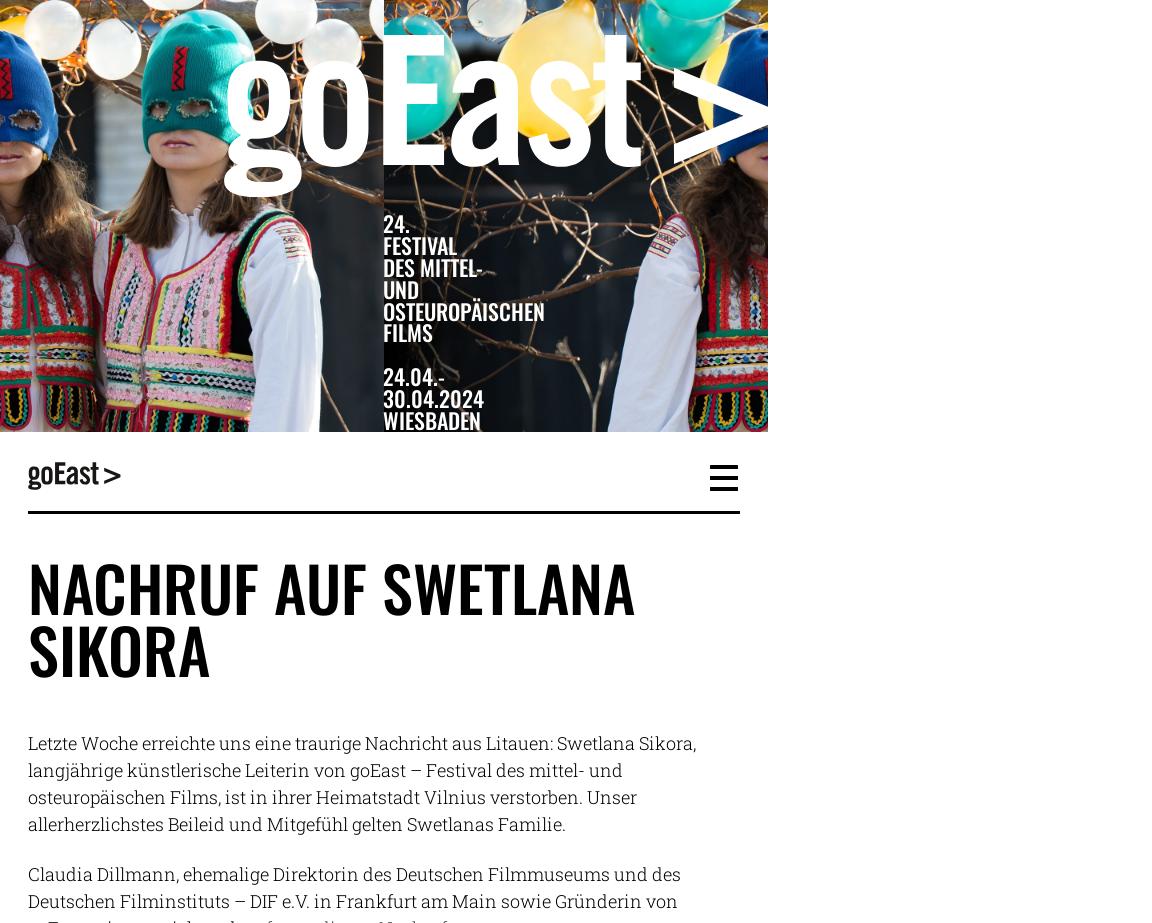 The width and height of the screenshot is (1152, 923). What do you see at coordinates (382, 287) in the screenshot?
I see `'und'` at bounding box center [382, 287].